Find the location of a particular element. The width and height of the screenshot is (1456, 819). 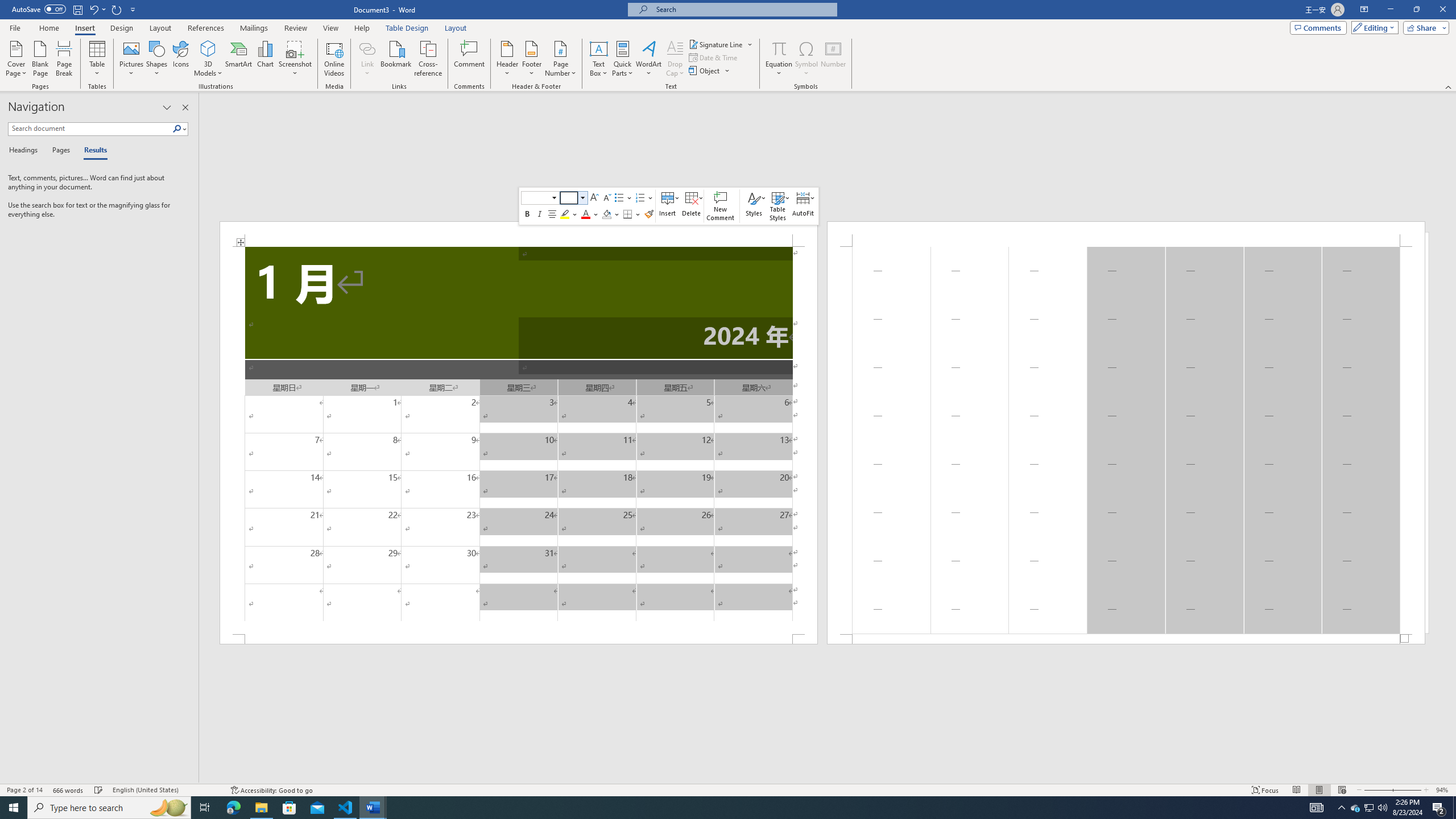

'Equation' is located at coordinates (779, 48).